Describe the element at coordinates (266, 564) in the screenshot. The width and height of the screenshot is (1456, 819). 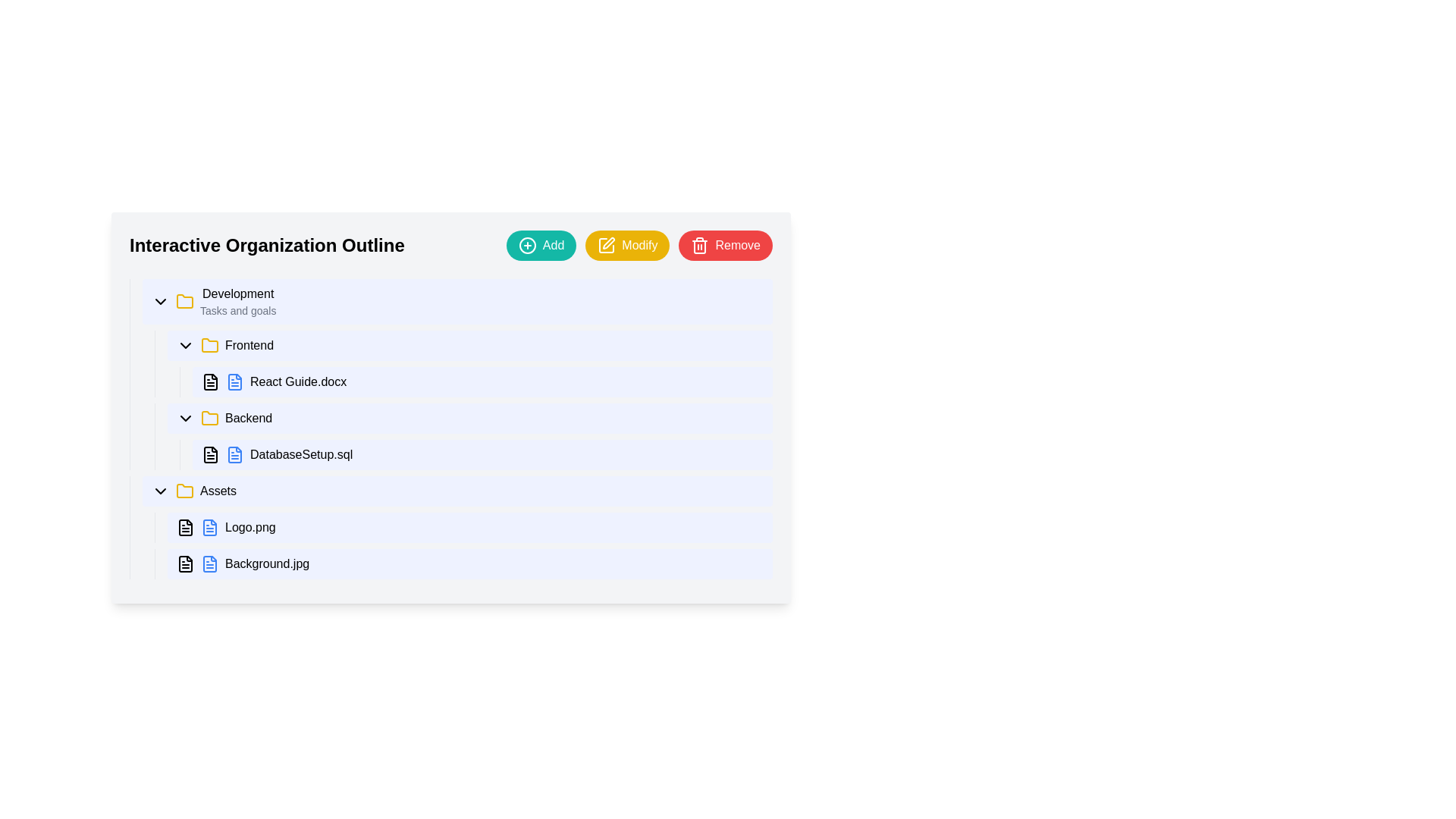
I see `the text label representing the name of a file in the hierarchical file directory view, located below the 'Logo.png' sibling` at that location.